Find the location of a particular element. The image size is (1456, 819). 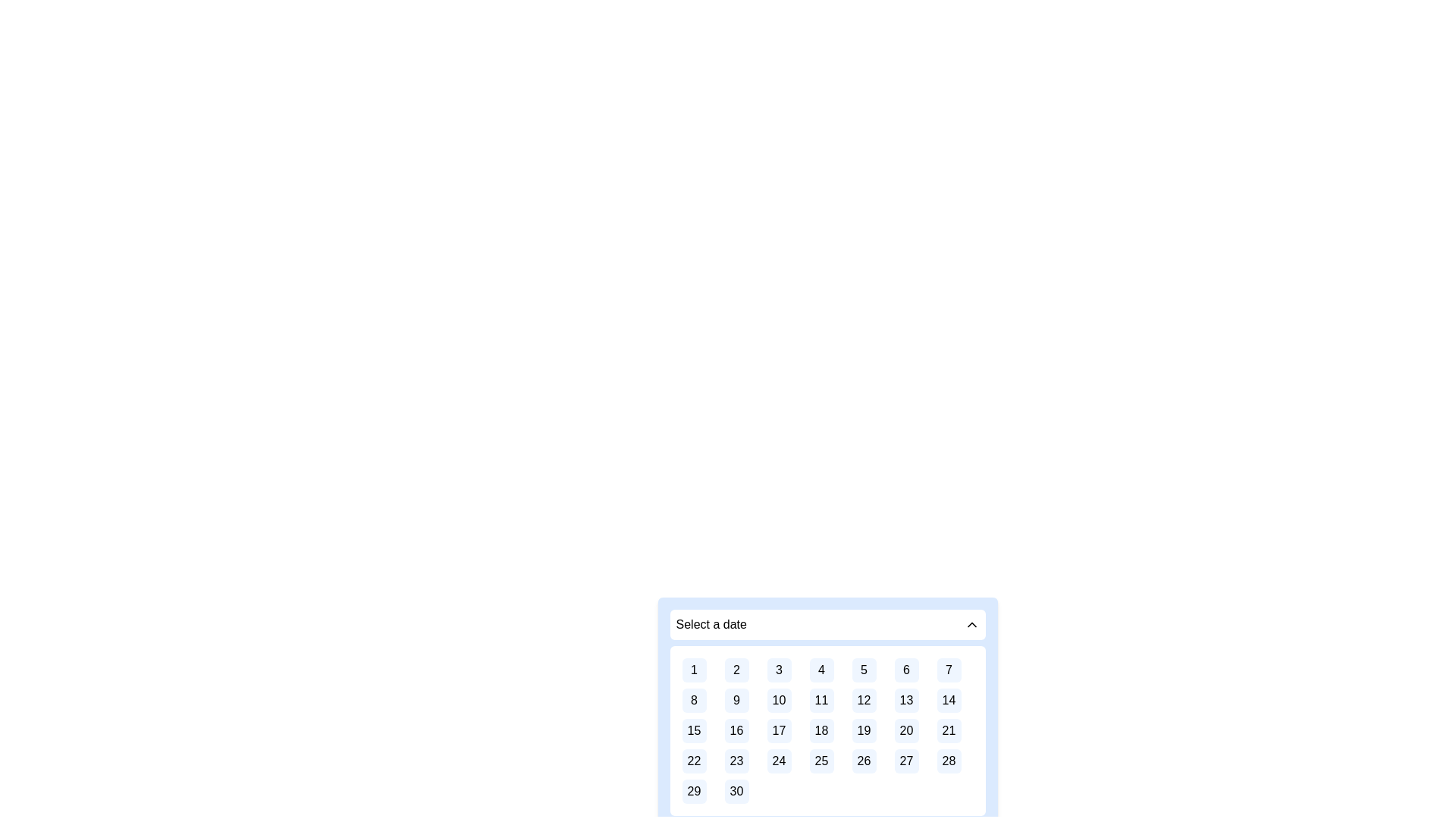

the button representing the third day of the month in the calendar interface is located at coordinates (779, 669).